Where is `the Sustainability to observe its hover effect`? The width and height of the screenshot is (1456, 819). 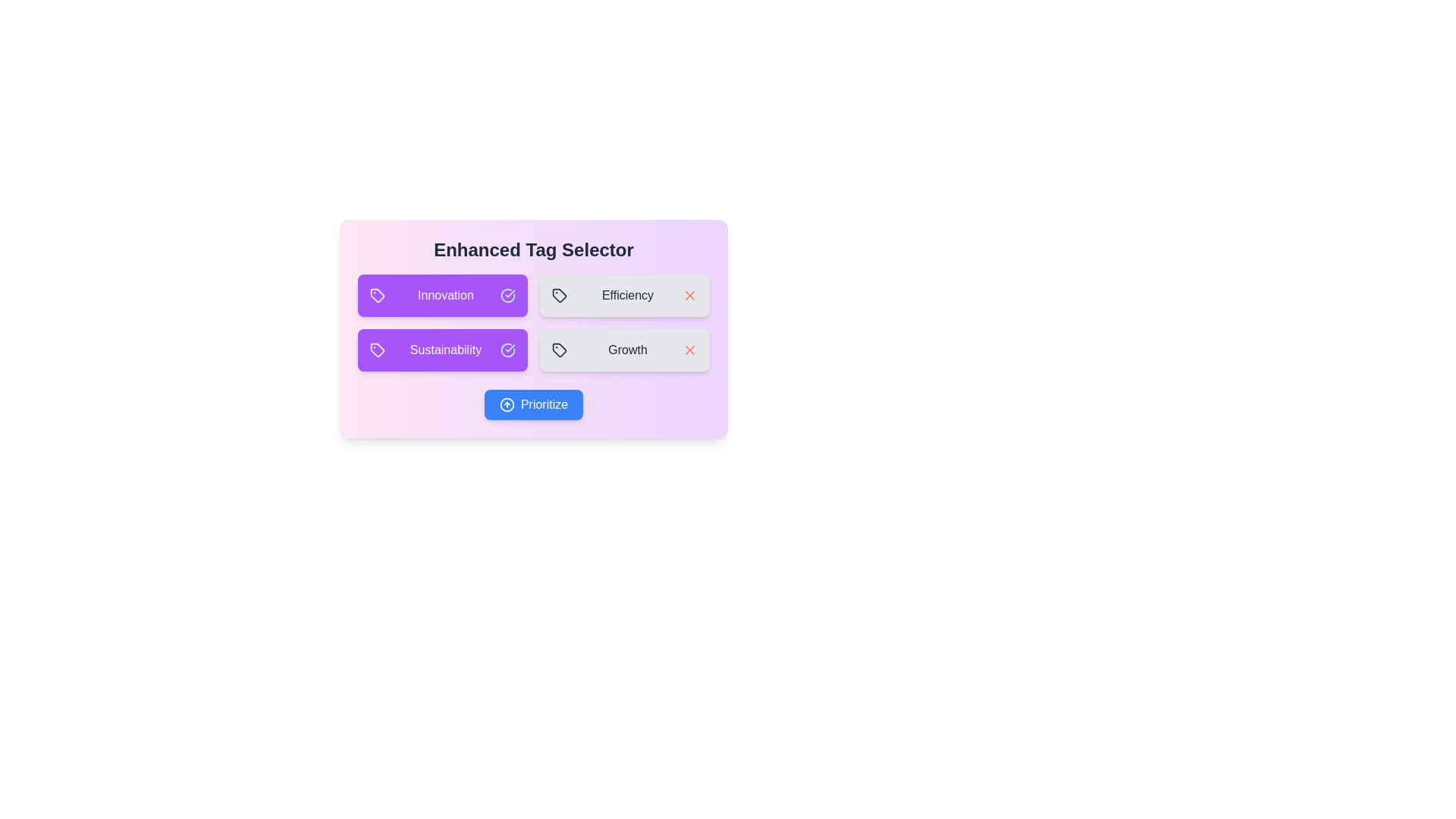 the Sustainability to observe its hover effect is located at coordinates (442, 350).